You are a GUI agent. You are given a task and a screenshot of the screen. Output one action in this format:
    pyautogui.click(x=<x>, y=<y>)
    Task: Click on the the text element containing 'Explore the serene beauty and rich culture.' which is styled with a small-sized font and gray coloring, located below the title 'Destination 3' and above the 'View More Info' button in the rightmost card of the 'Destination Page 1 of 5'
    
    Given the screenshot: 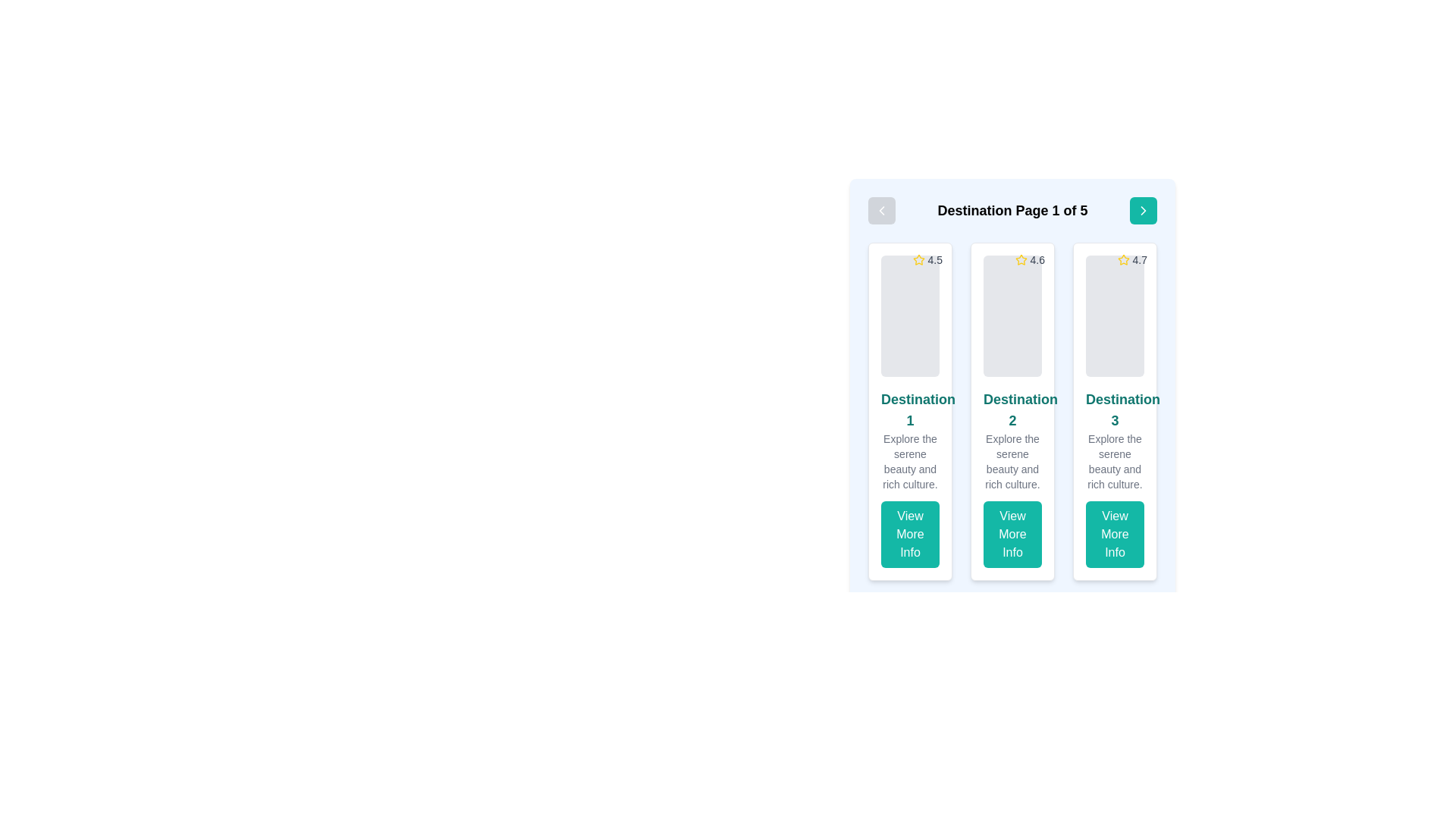 What is the action you would take?
    pyautogui.click(x=1115, y=461)
    